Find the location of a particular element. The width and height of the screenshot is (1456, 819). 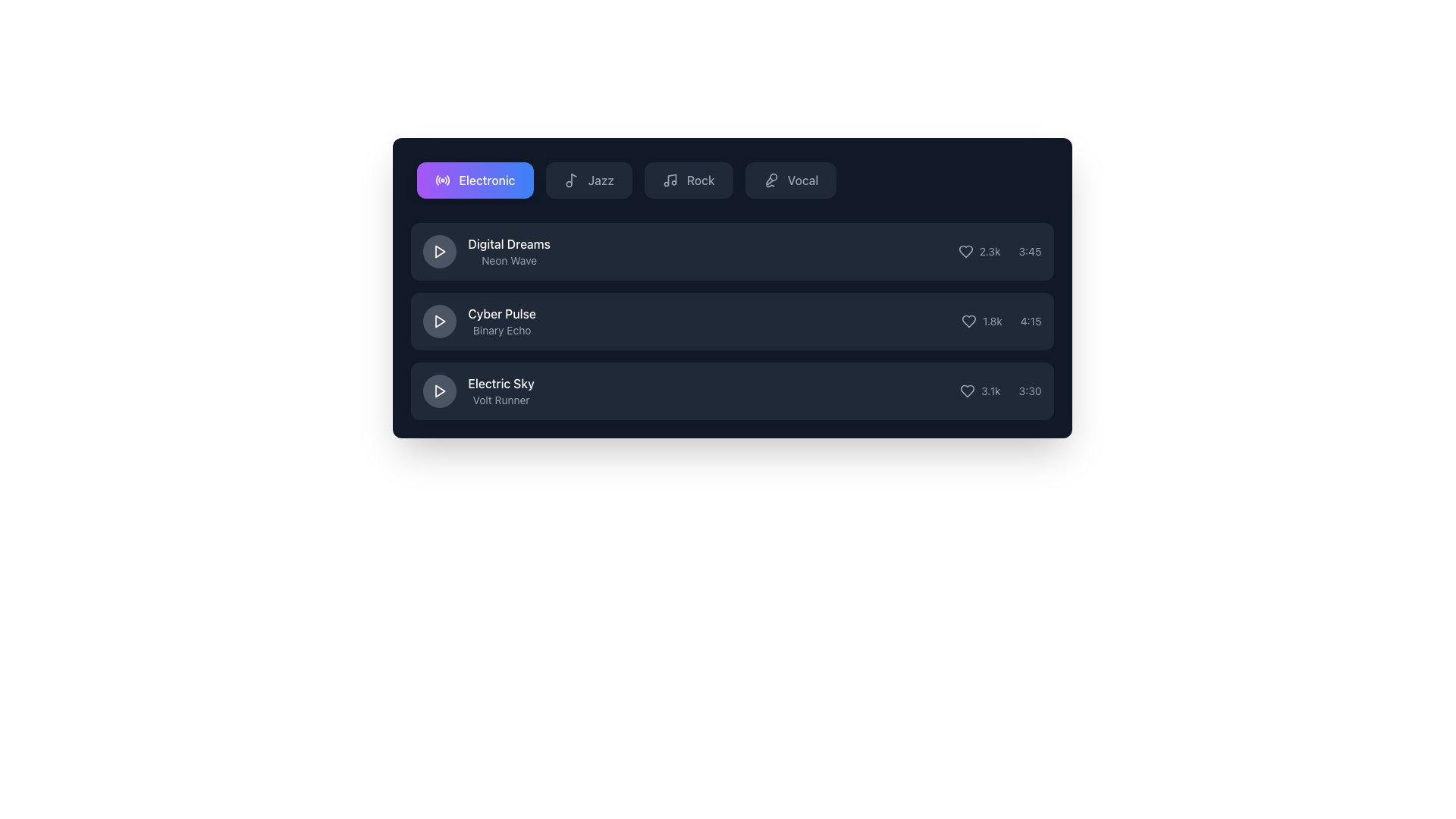

the text label 'Digital Dreams', which is styled in white and serves as the title for a music entry in a dark background, positioned at the top of a grouped music list item is located at coordinates (509, 243).